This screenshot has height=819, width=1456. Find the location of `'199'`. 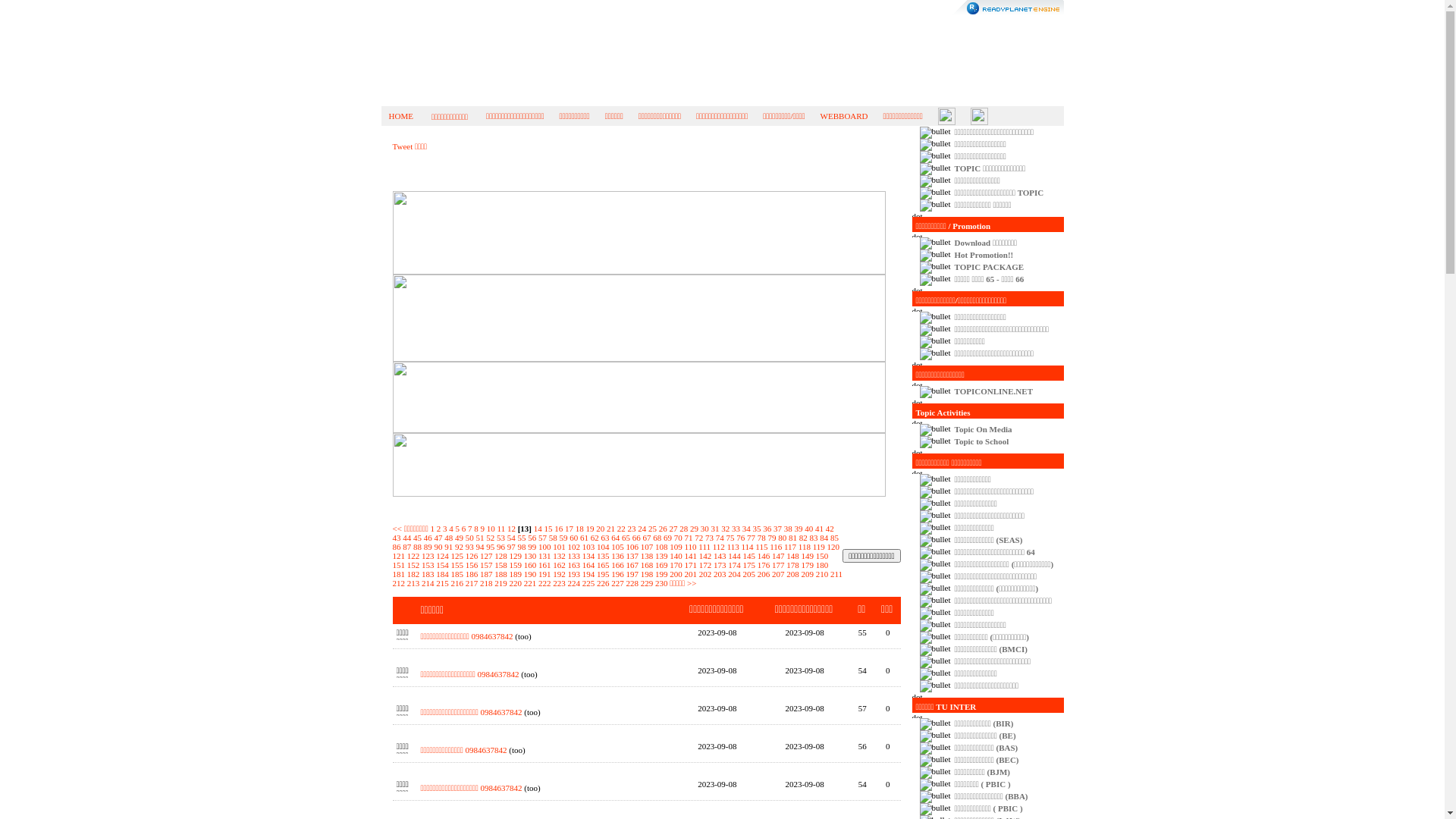

'199' is located at coordinates (655, 573).